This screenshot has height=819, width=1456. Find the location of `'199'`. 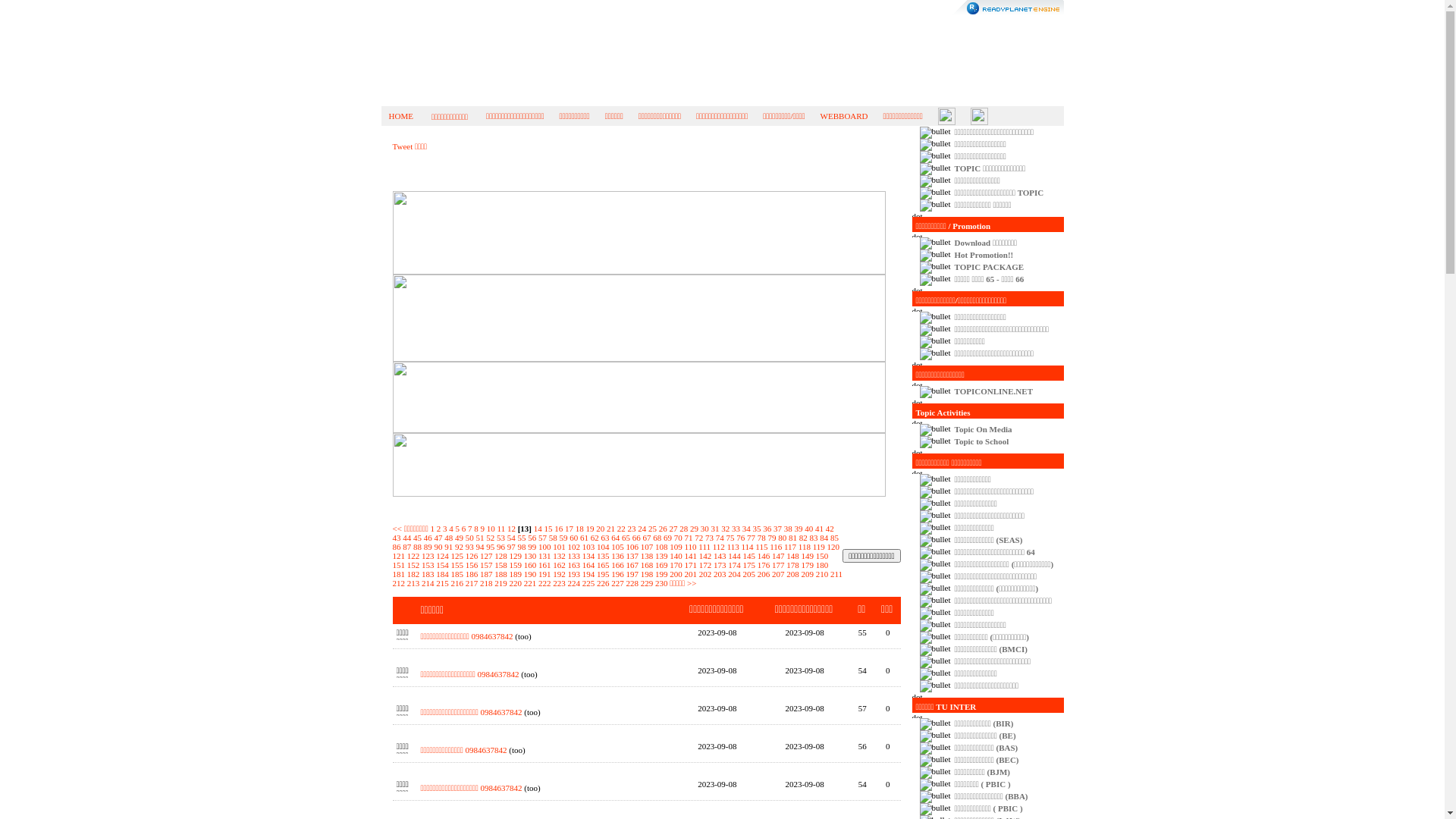

'199' is located at coordinates (655, 573).